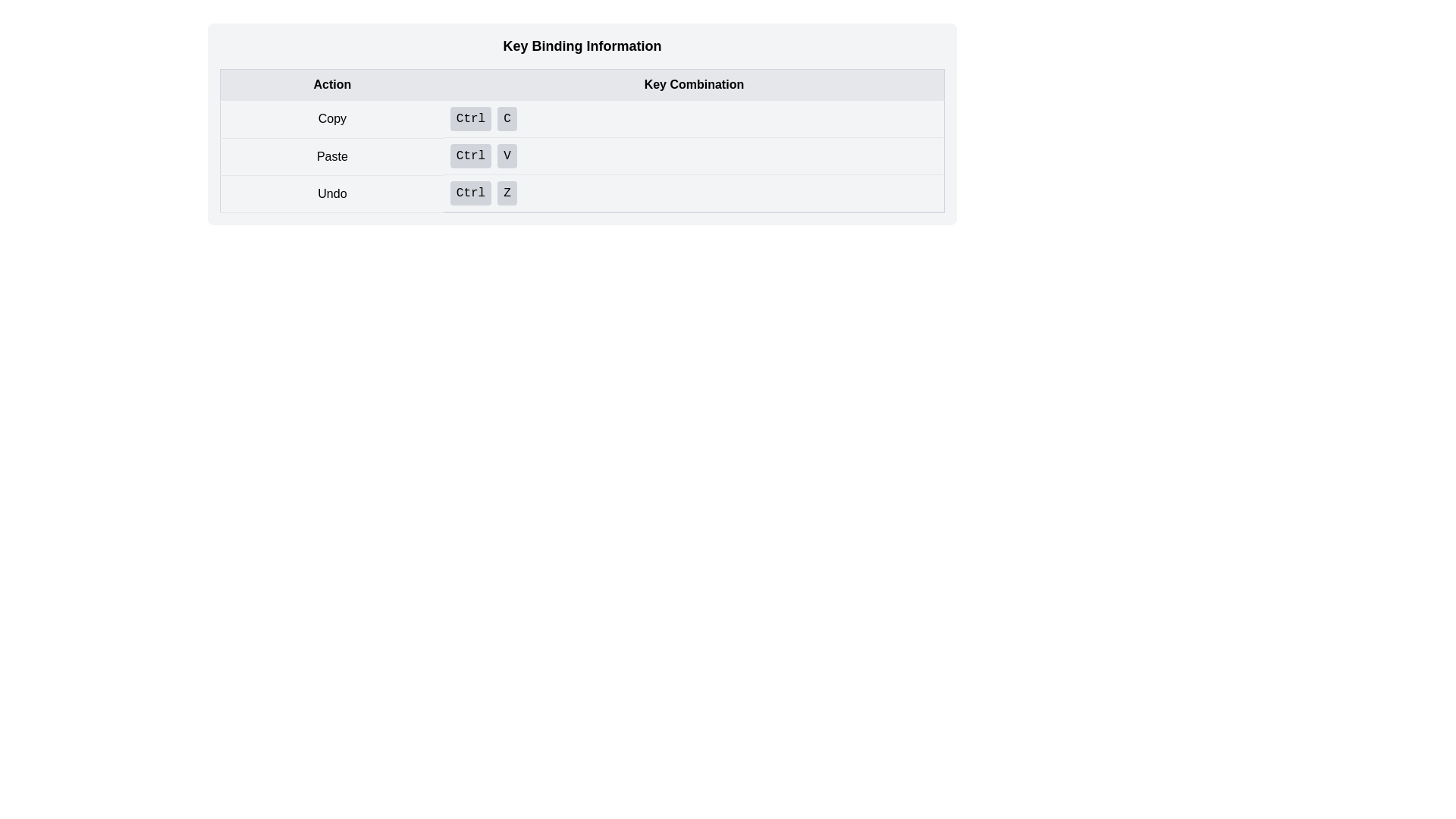  Describe the element at coordinates (331, 193) in the screenshot. I see `the 'Undo' text label which is styled with a black font on a light gray background, located in the third row of the table under the 'Action' column` at that location.